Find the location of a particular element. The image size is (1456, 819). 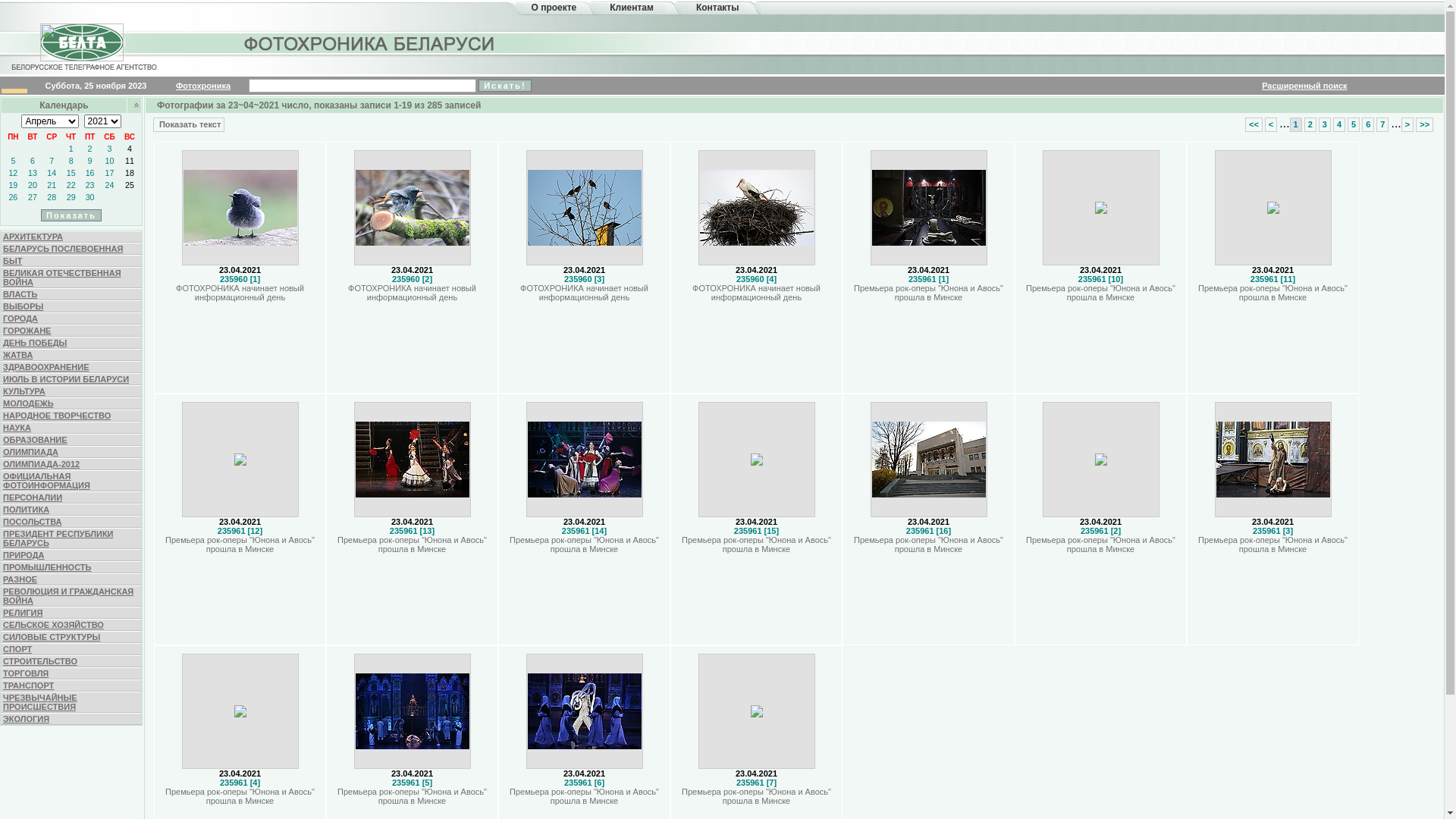

'30' is located at coordinates (89, 196).